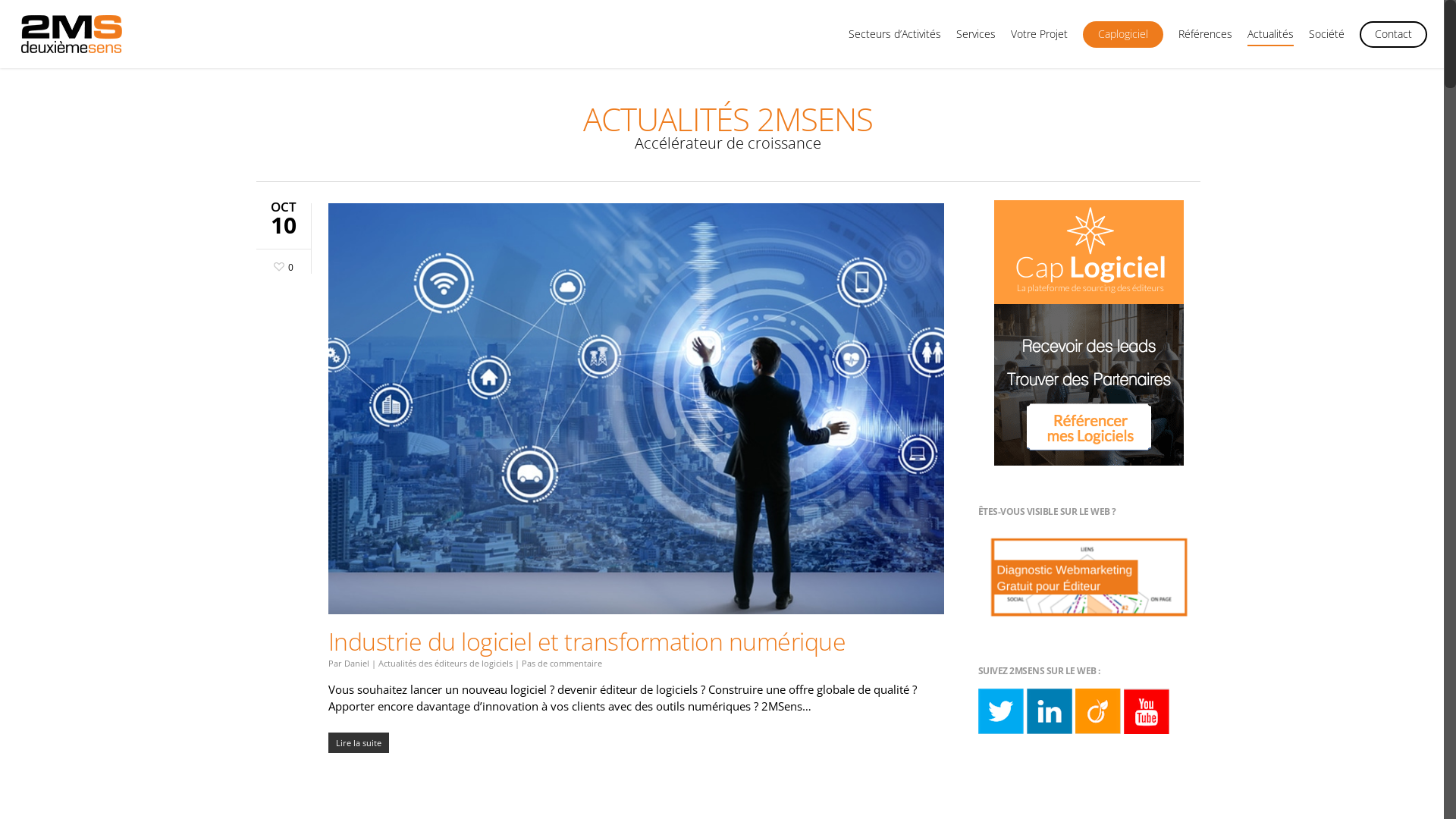 Image resolution: width=1456 pixels, height=819 pixels. What do you see at coordinates (1393, 40) in the screenshot?
I see `'Contact'` at bounding box center [1393, 40].